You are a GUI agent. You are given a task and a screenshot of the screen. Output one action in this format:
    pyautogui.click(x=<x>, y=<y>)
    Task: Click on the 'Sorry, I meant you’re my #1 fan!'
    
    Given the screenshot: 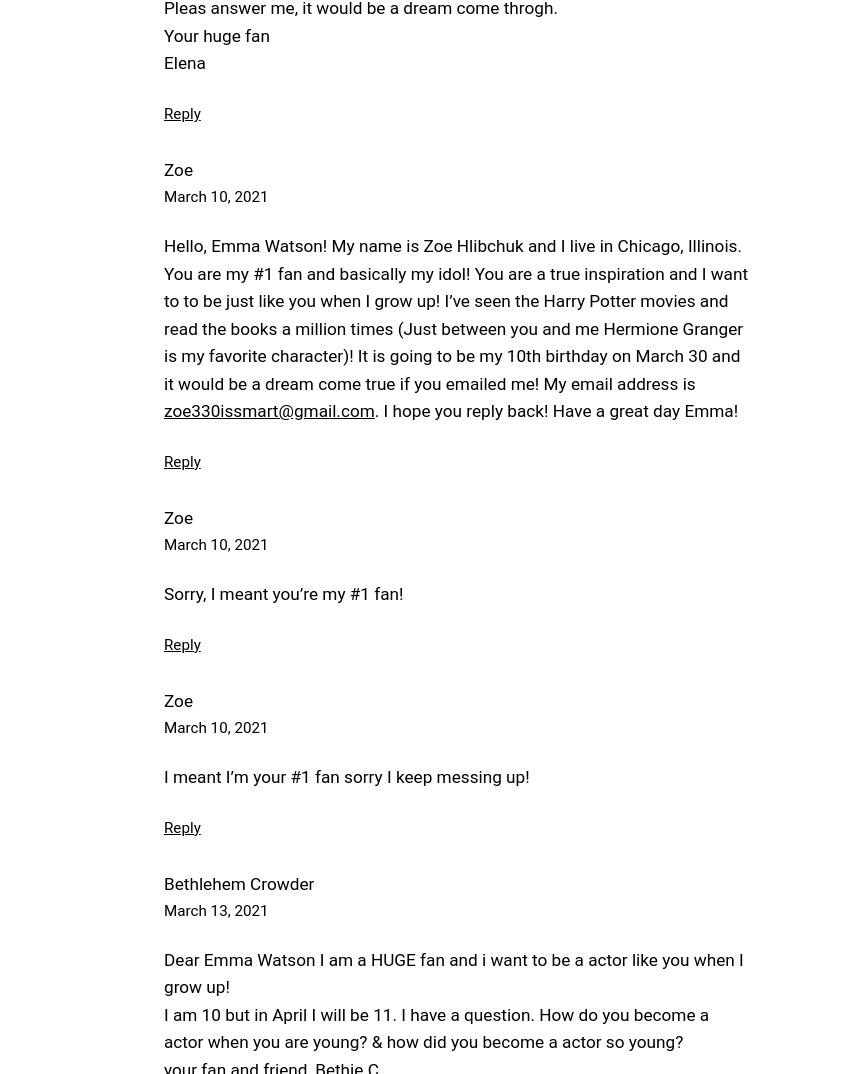 What is the action you would take?
    pyautogui.click(x=163, y=594)
    